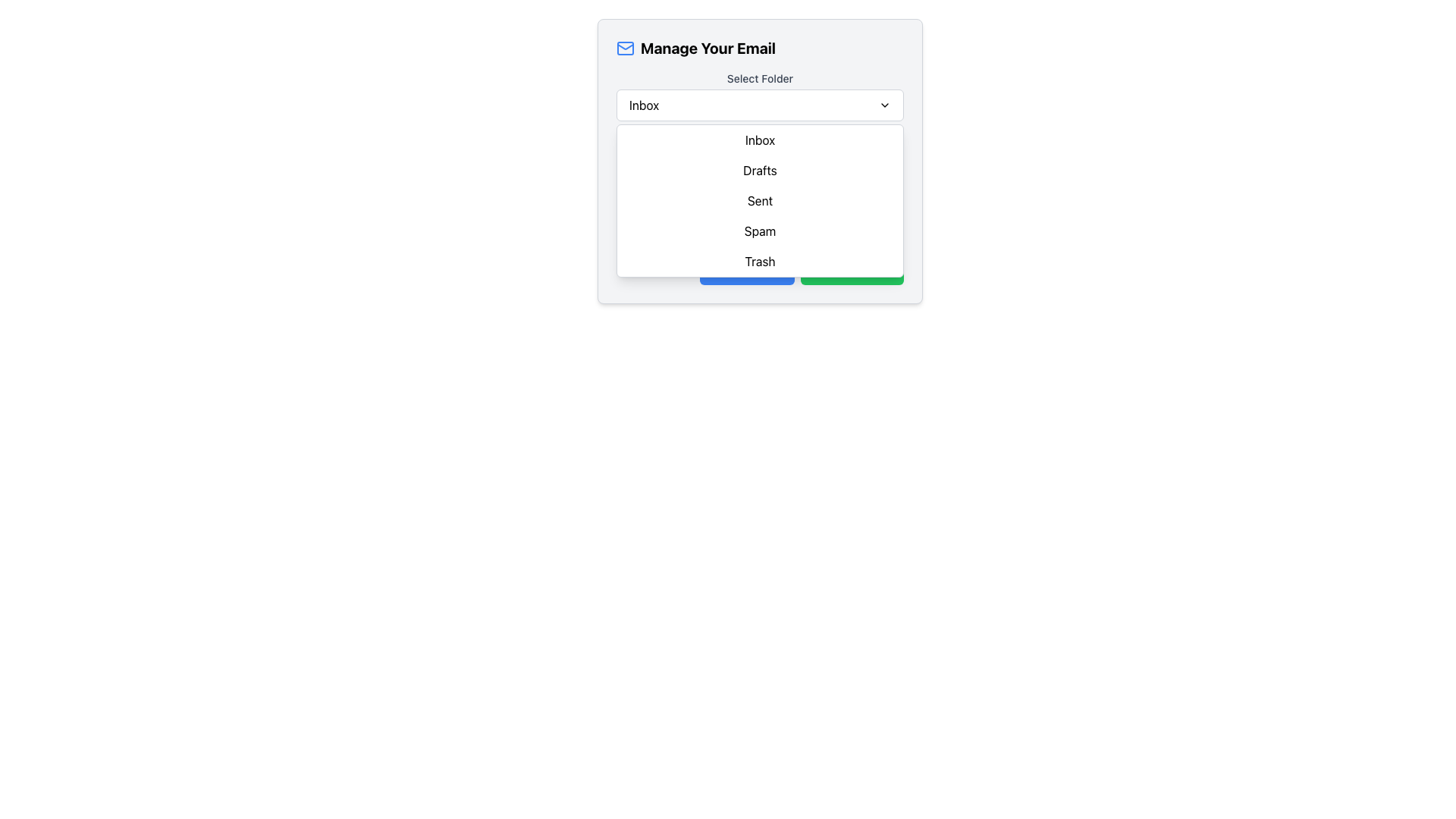 The height and width of the screenshot is (819, 1456). I want to click on the text item displaying 'Sent' in the dropdown menu to trigger the hover effect, so click(760, 200).